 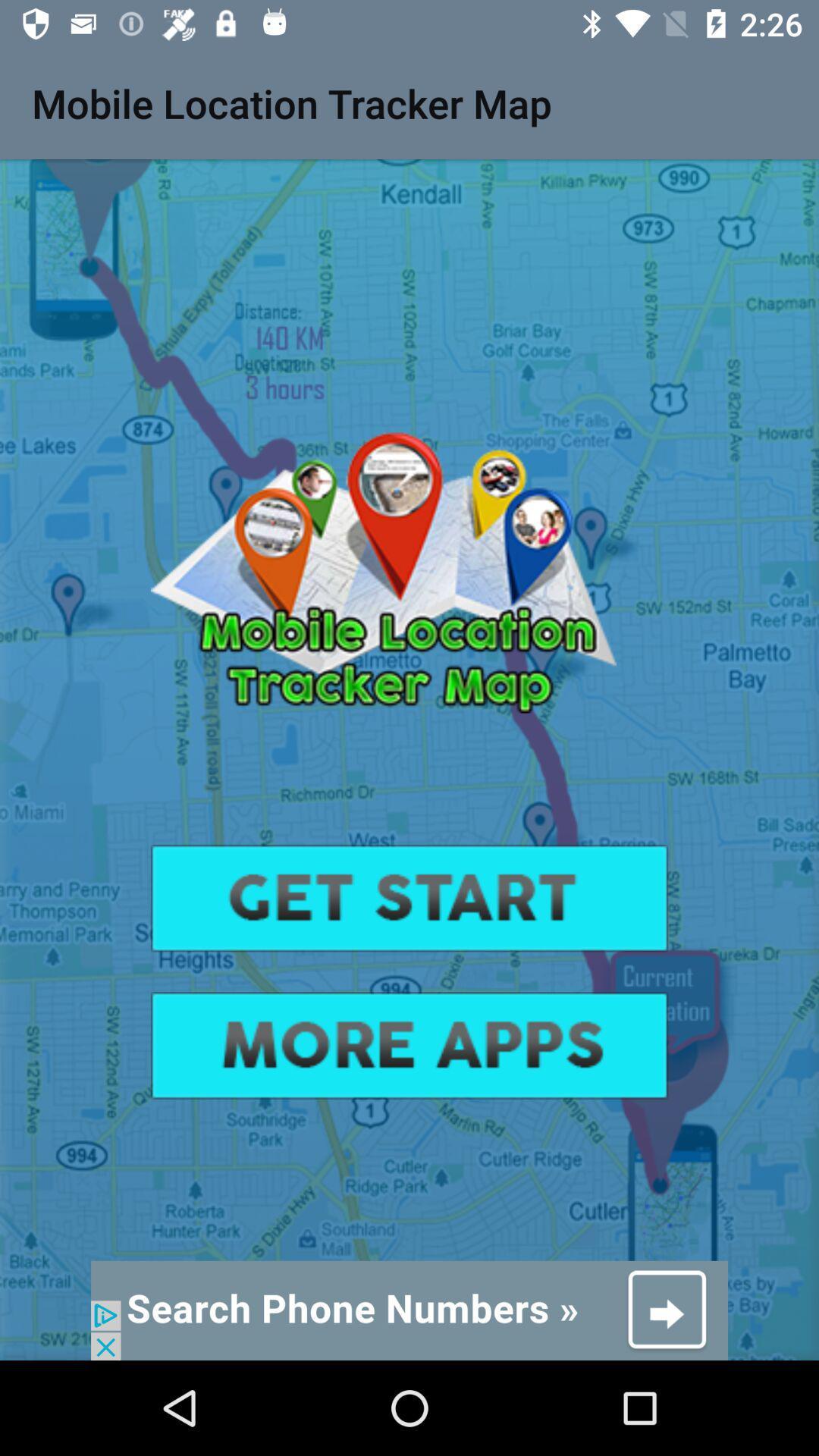 What do you see at coordinates (409, 1044) in the screenshot?
I see `more application` at bounding box center [409, 1044].